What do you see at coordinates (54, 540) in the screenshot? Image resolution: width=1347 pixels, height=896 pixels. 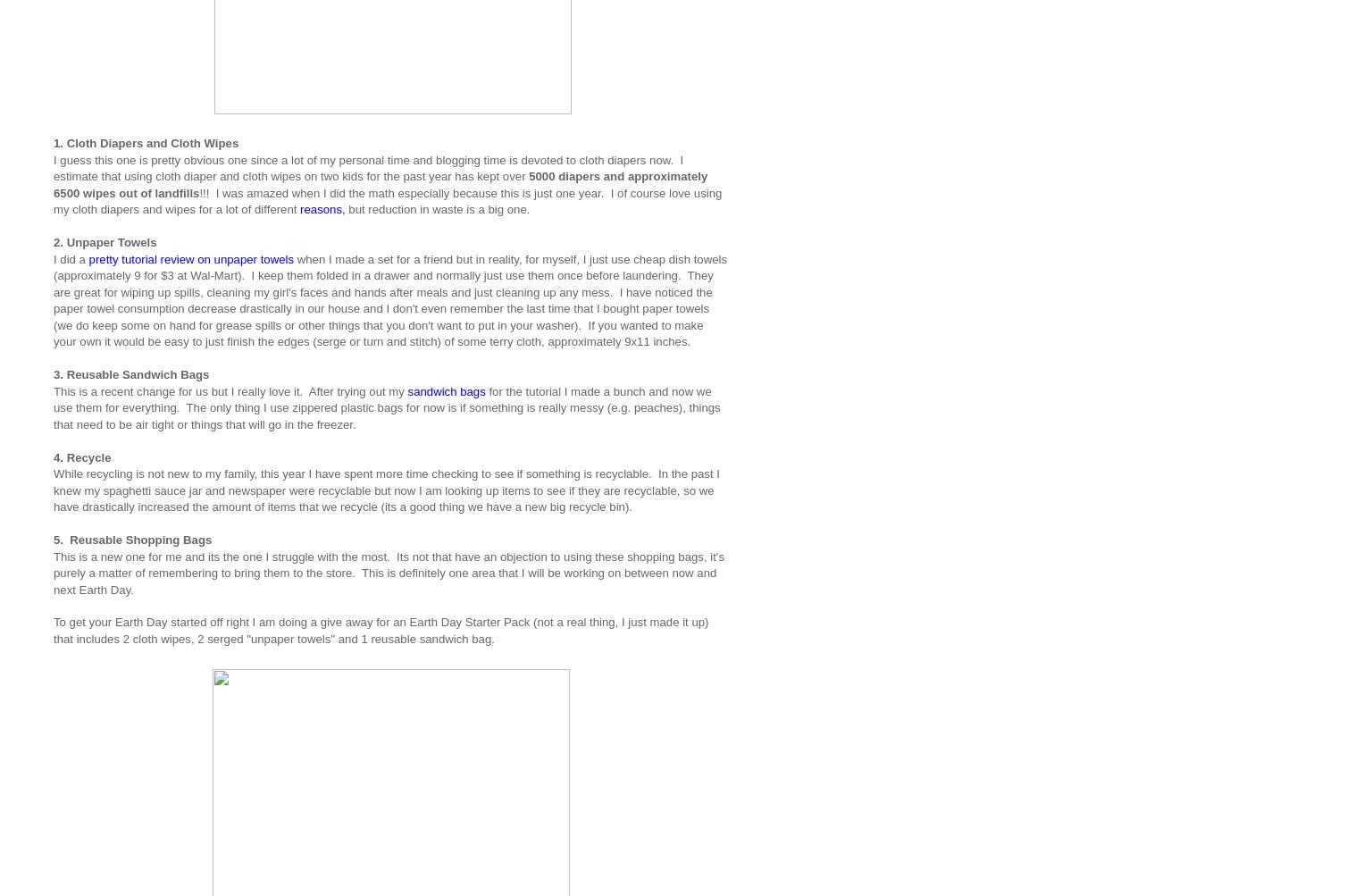 I see `'5.  Reusable Shopping Bags'` at bounding box center [54, 540].